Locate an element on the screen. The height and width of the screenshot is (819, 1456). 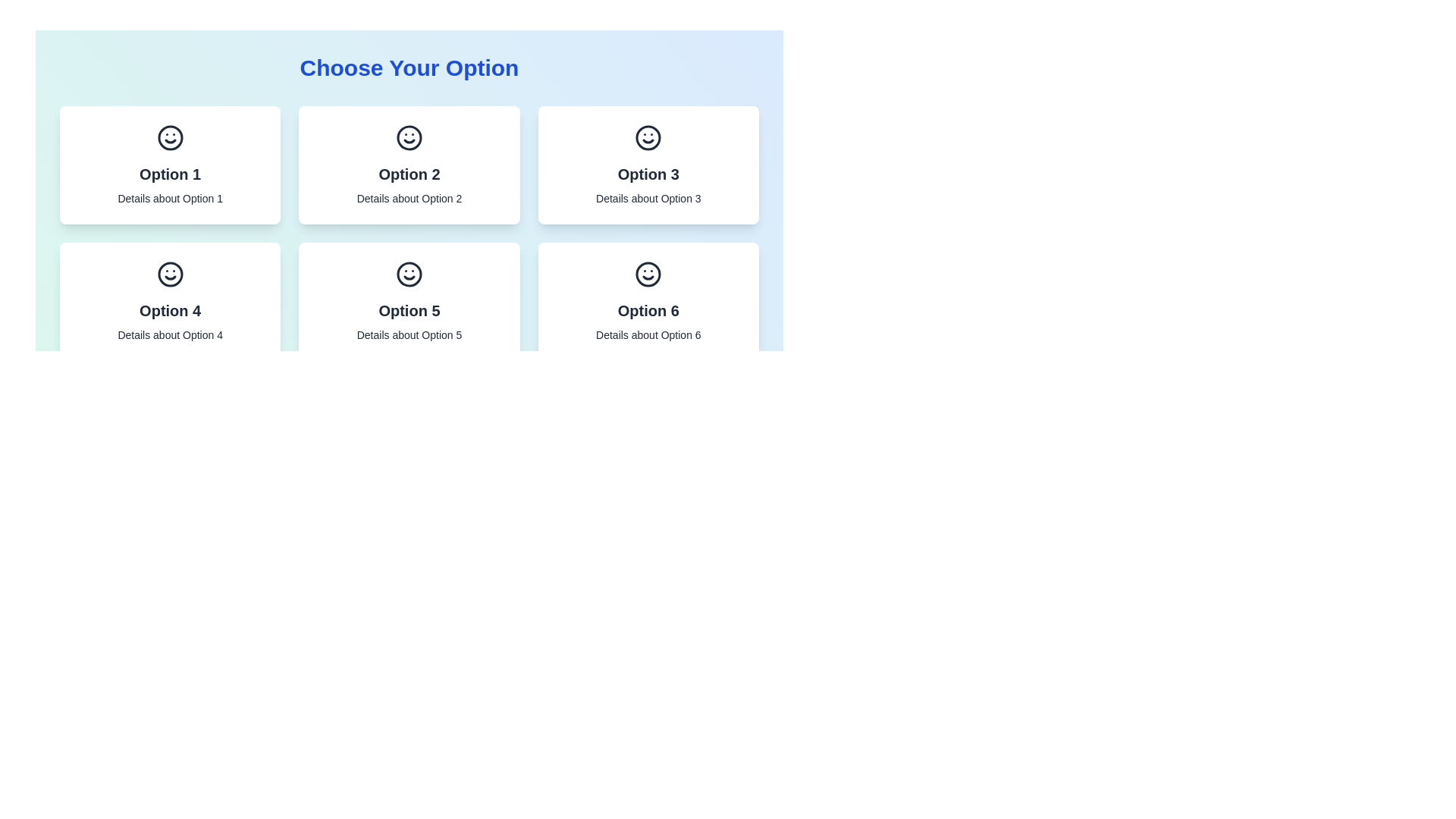
the smiley face icon rendered as an SVG located in the third option card of a grid layout, positioned above the text 'Option 3' and 'Details about Option 3' is located at coordinates (648, 137).